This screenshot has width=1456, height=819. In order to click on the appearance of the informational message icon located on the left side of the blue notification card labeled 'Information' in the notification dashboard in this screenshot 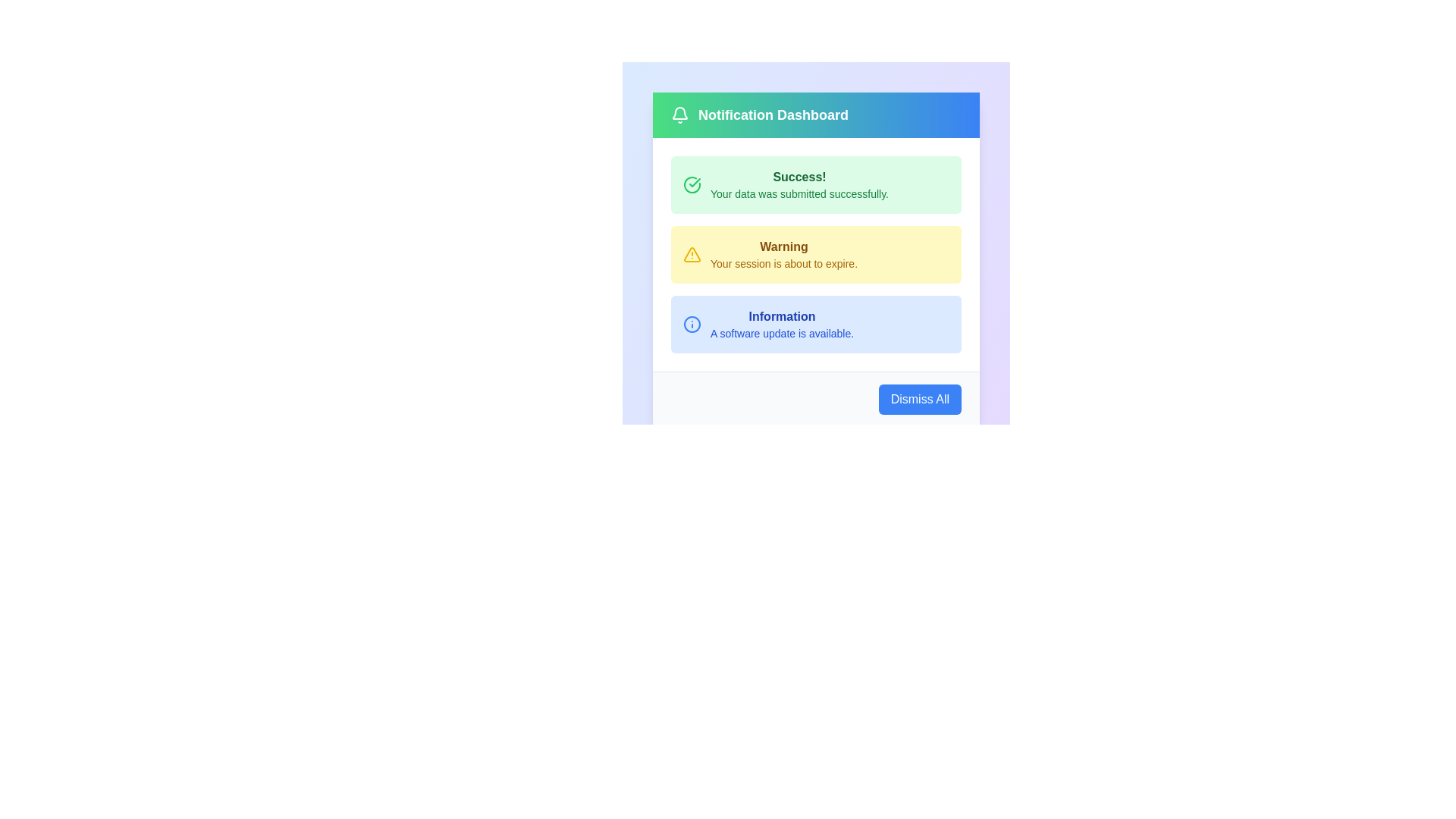, I will do `click(691, 324)`.